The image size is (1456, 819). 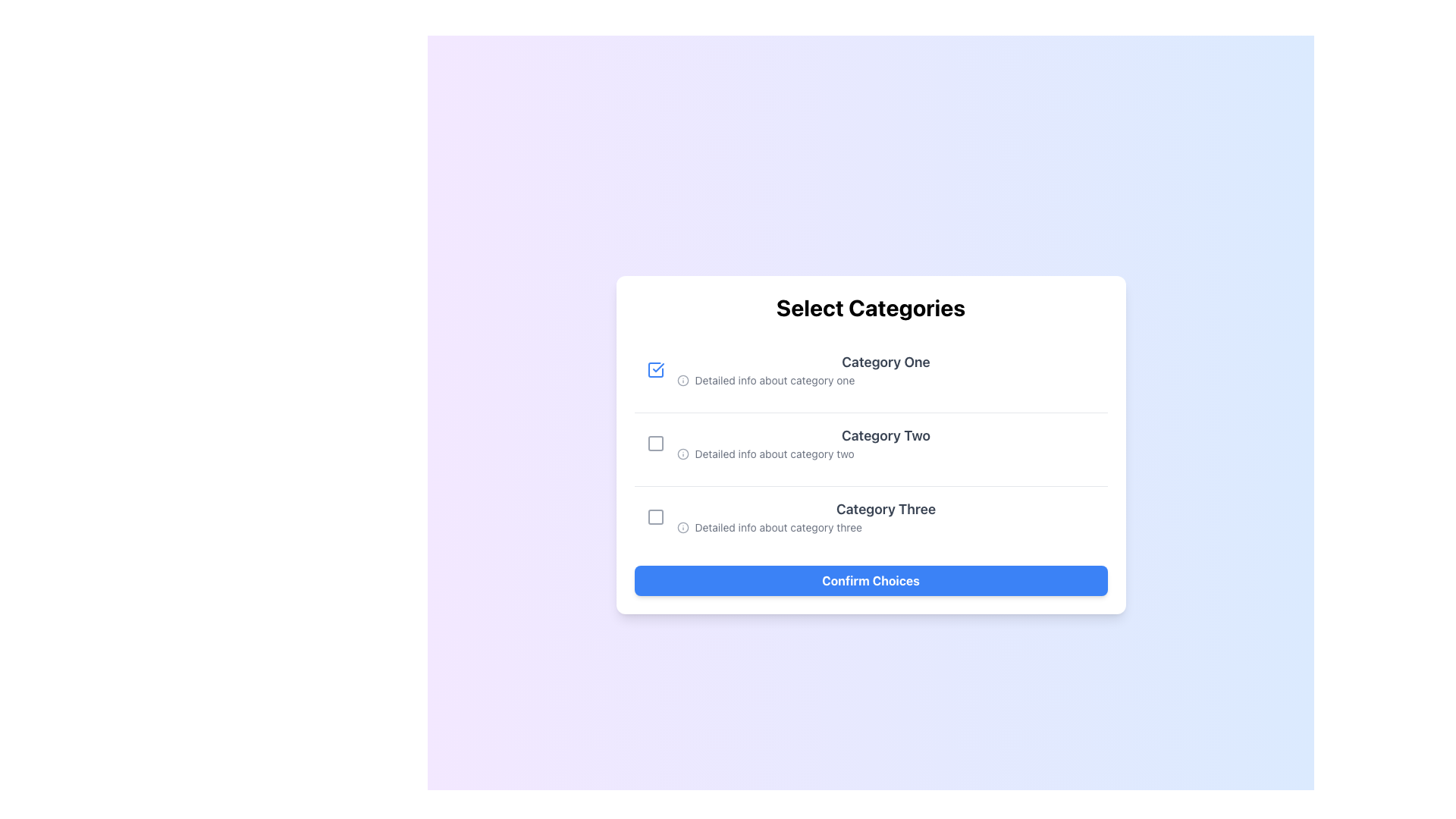 I want to click on the 'Category Two' text label, which is styled in bold and larger font size, located in the central content area before the descriptive text, so click(x=886, y=435).